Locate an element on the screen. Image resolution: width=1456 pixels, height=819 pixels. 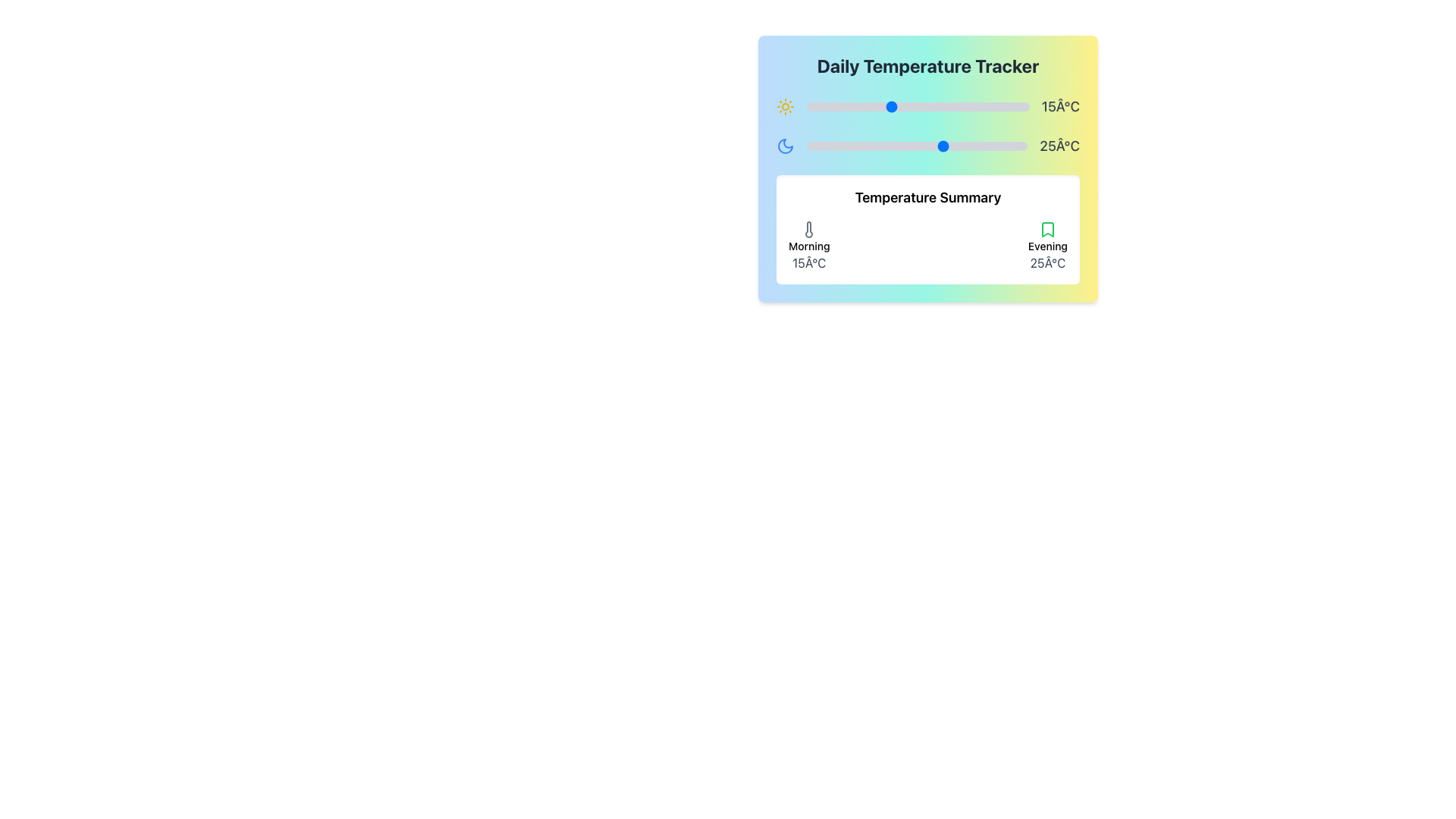
the slider value is located at coordinates (938, 146).